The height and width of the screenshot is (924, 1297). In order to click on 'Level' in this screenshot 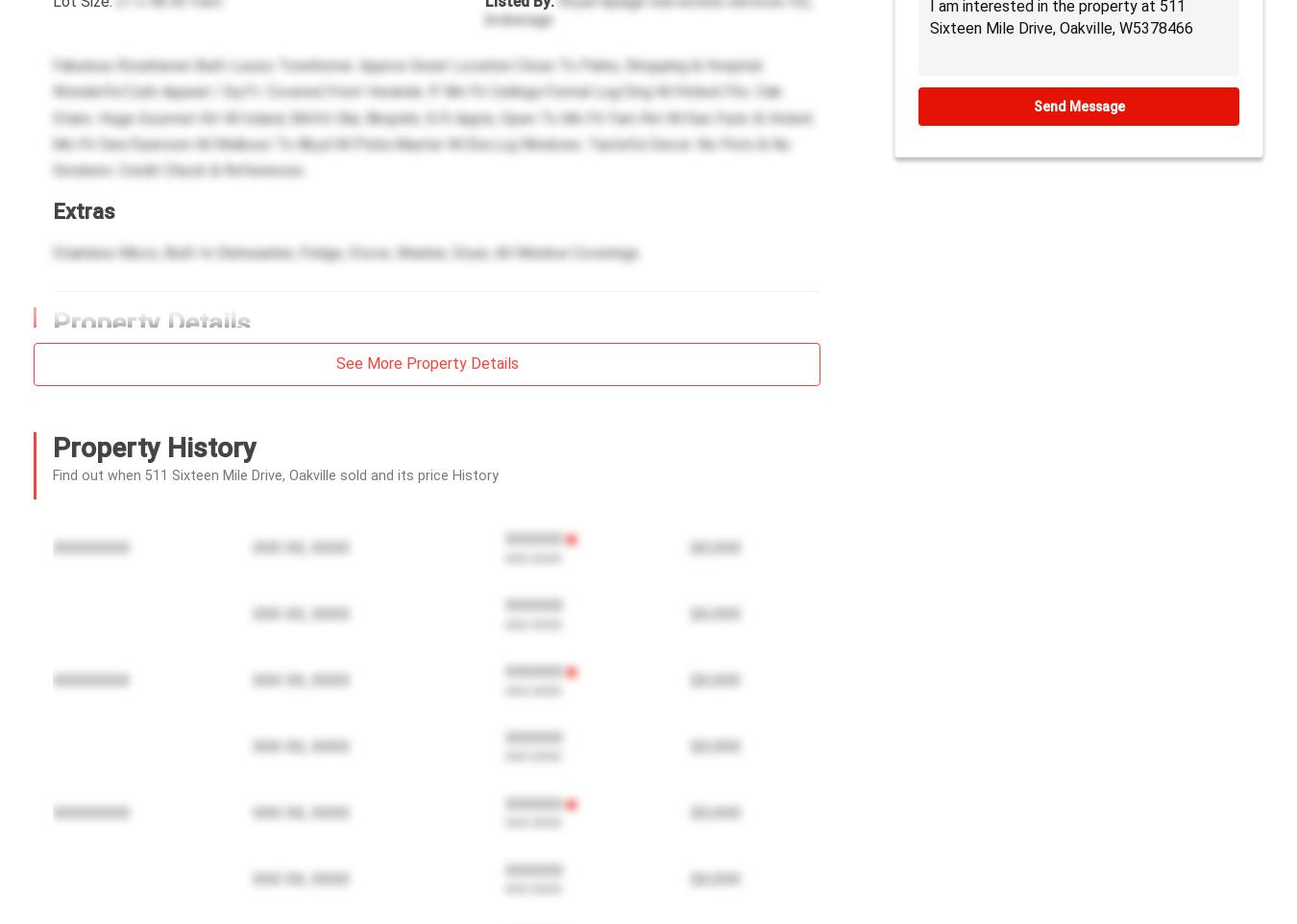, I will do `click(515, 739)`.